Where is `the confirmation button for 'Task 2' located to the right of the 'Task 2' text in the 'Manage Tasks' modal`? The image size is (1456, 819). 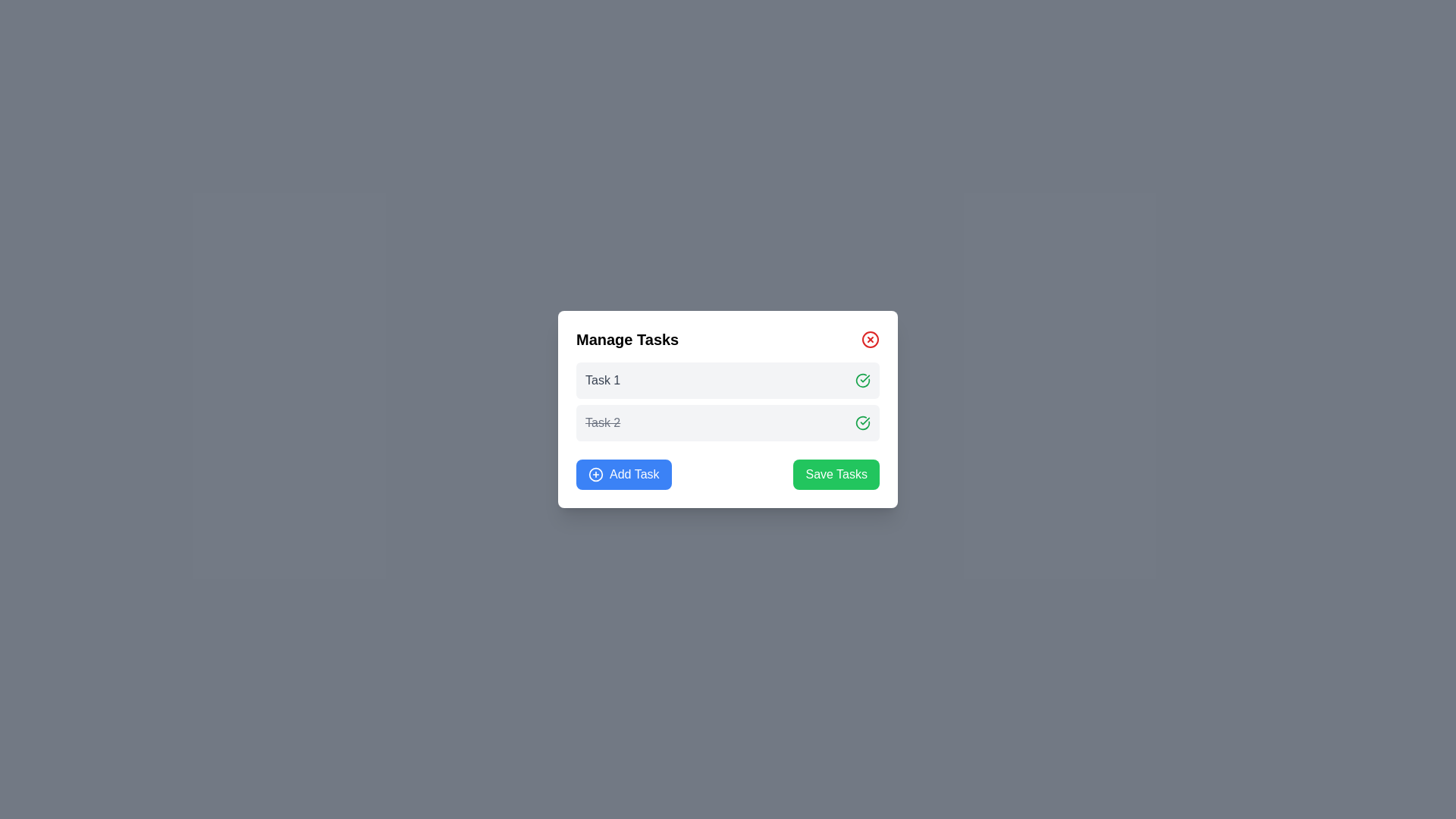
the confirmation button for 'Task 2' located to the right of the 'Task 2' text in the 'Manage Tasks' modal is located at coordinates (862, 379).